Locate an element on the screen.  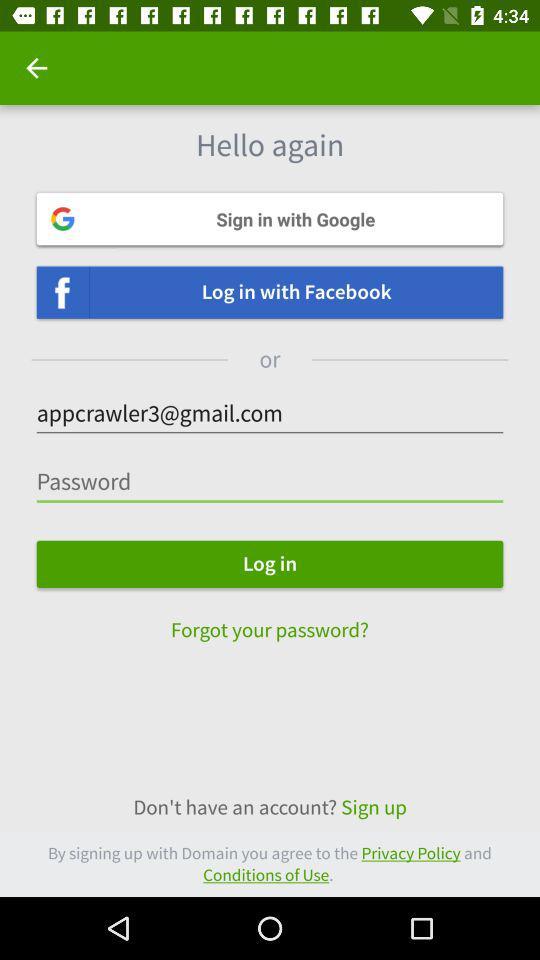
by signing up is located at coordinates (270, 863).